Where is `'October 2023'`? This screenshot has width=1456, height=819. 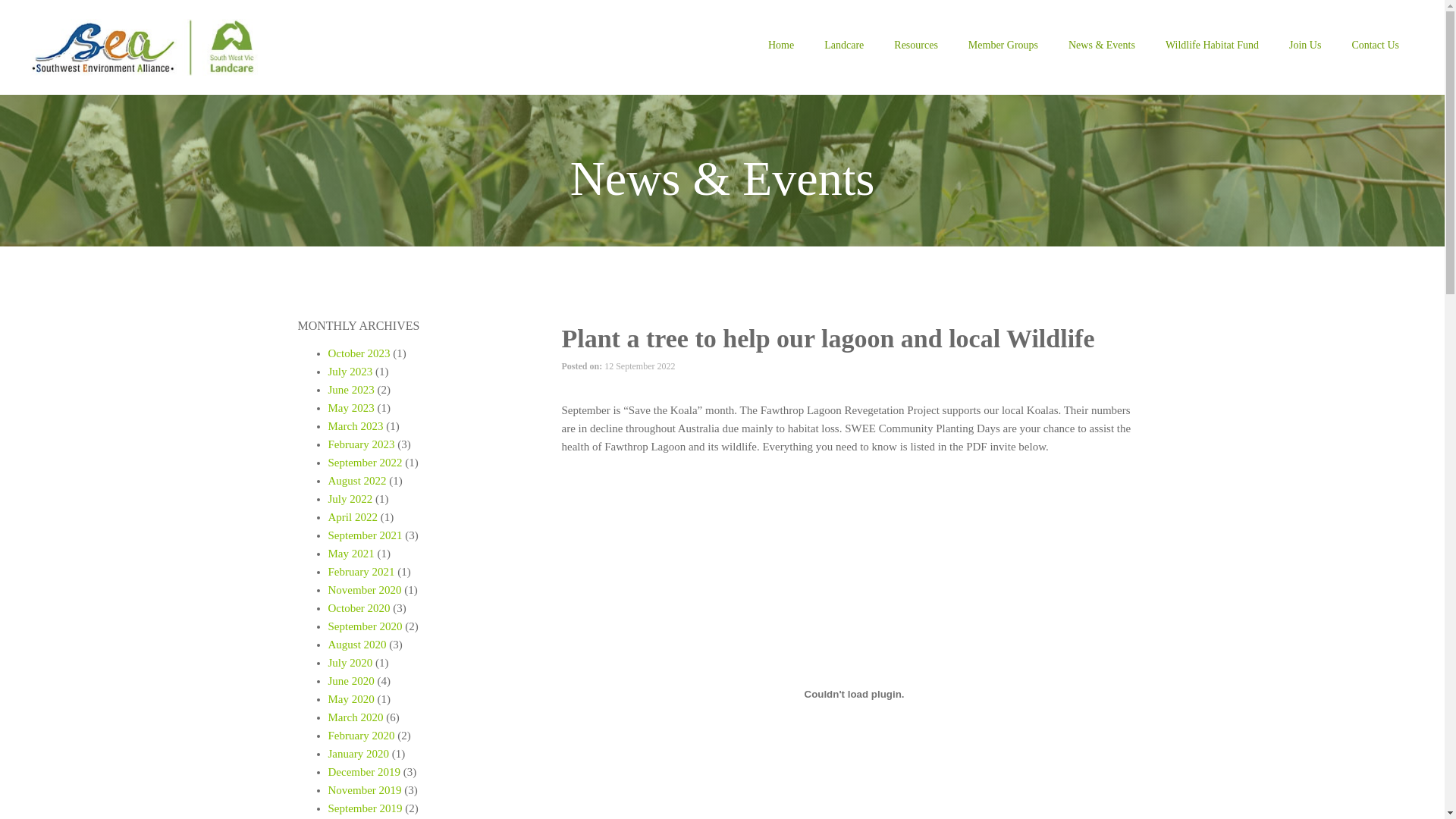
'October 2023' is located at coordinates (358, 353).